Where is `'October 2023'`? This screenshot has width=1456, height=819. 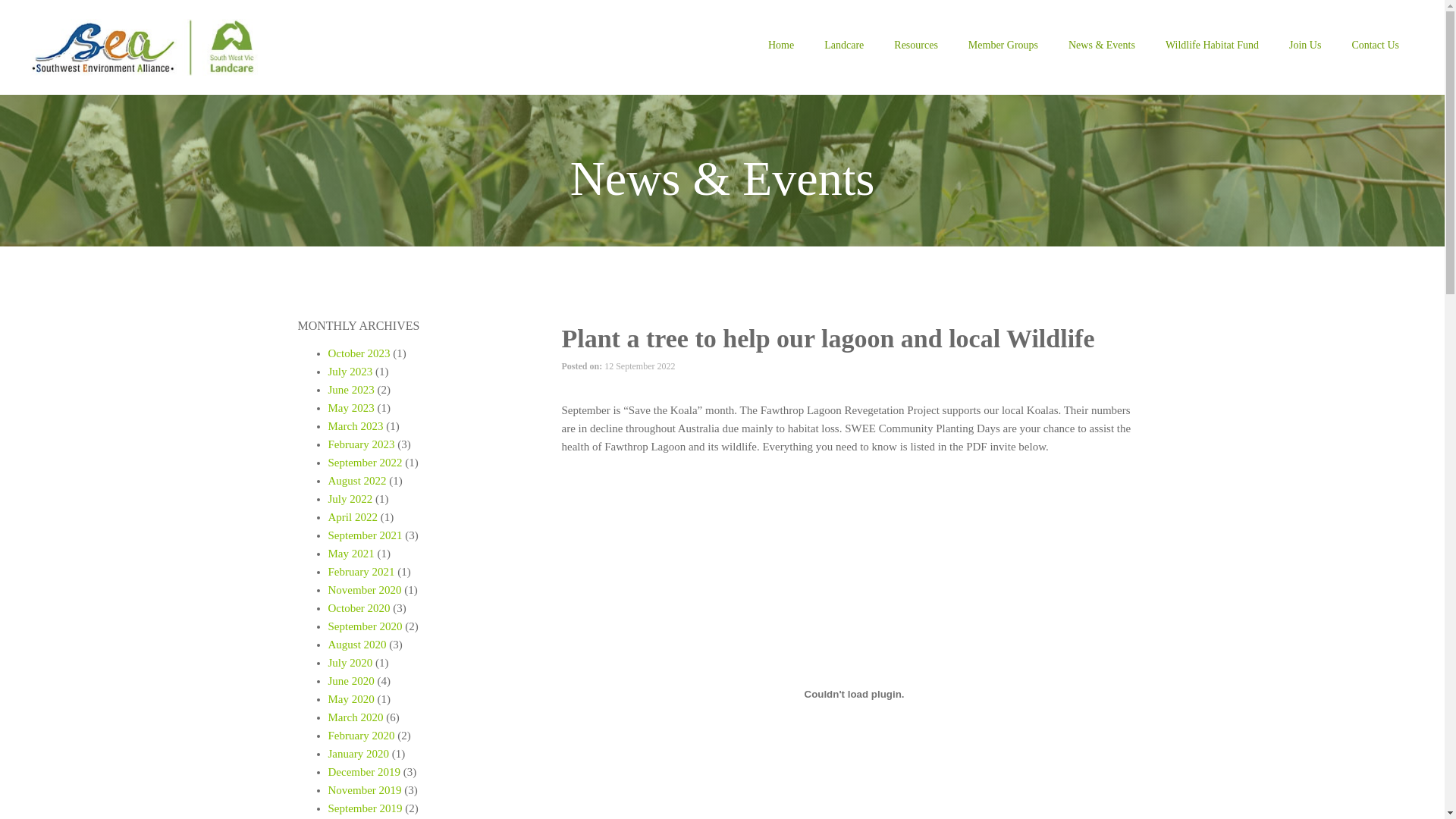
'October 2023' is located at coordinates (358, 353).